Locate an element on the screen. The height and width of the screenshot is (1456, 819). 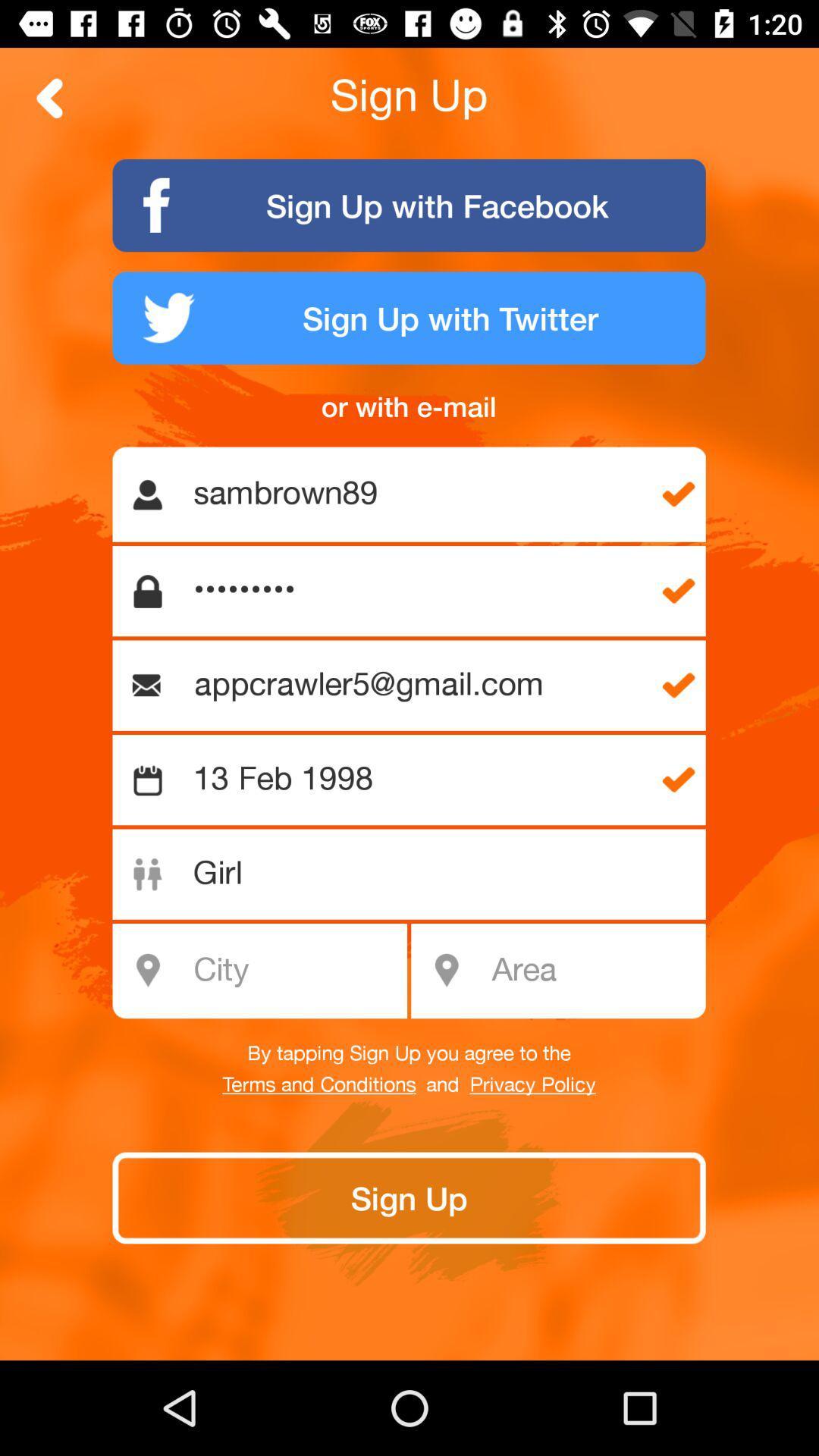
the text field which is below or with email is located at coordinates (418, 494).